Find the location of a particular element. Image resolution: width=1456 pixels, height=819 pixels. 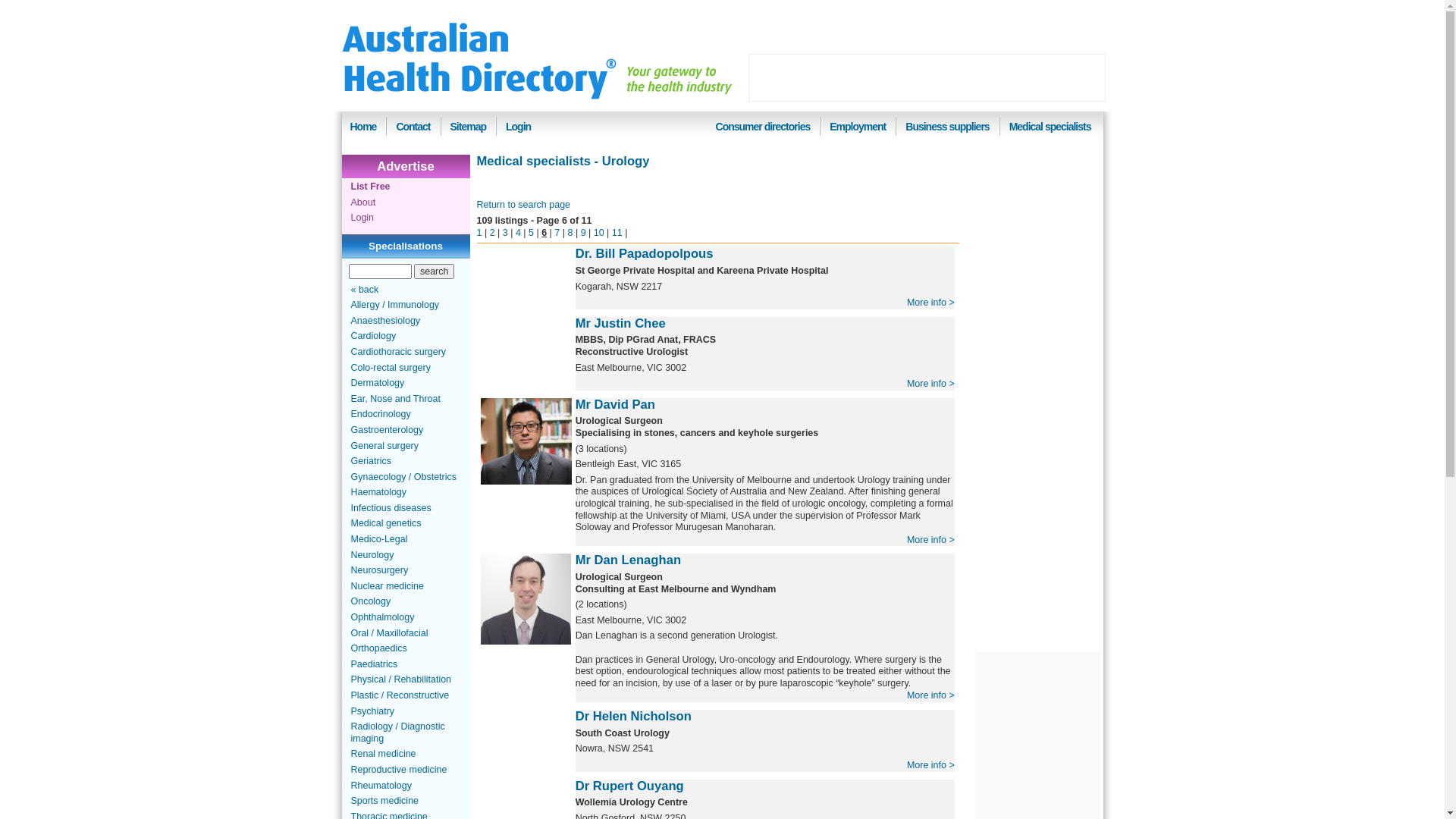

'More info >' is located at coordinates (930, 382).